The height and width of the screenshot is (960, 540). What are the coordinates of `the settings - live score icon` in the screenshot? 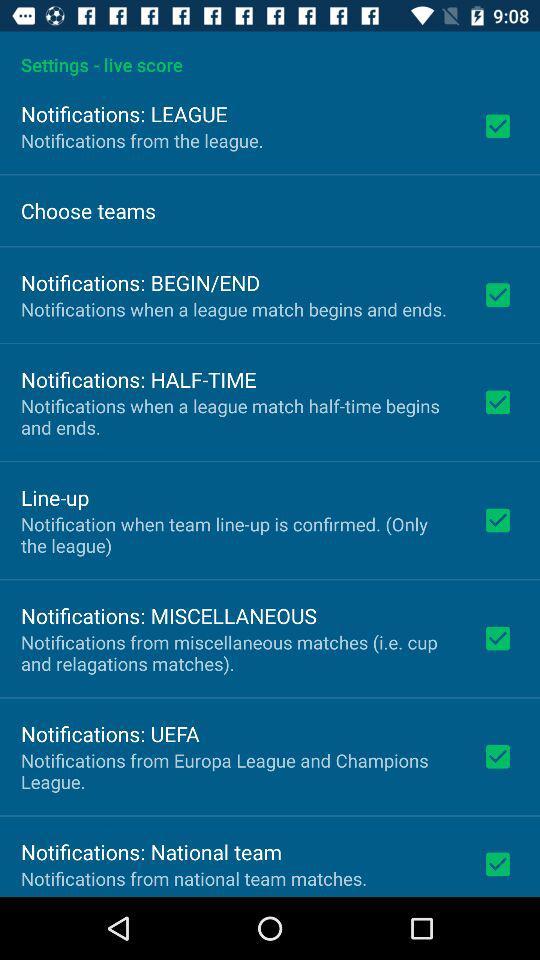 It's located at (270, 53).